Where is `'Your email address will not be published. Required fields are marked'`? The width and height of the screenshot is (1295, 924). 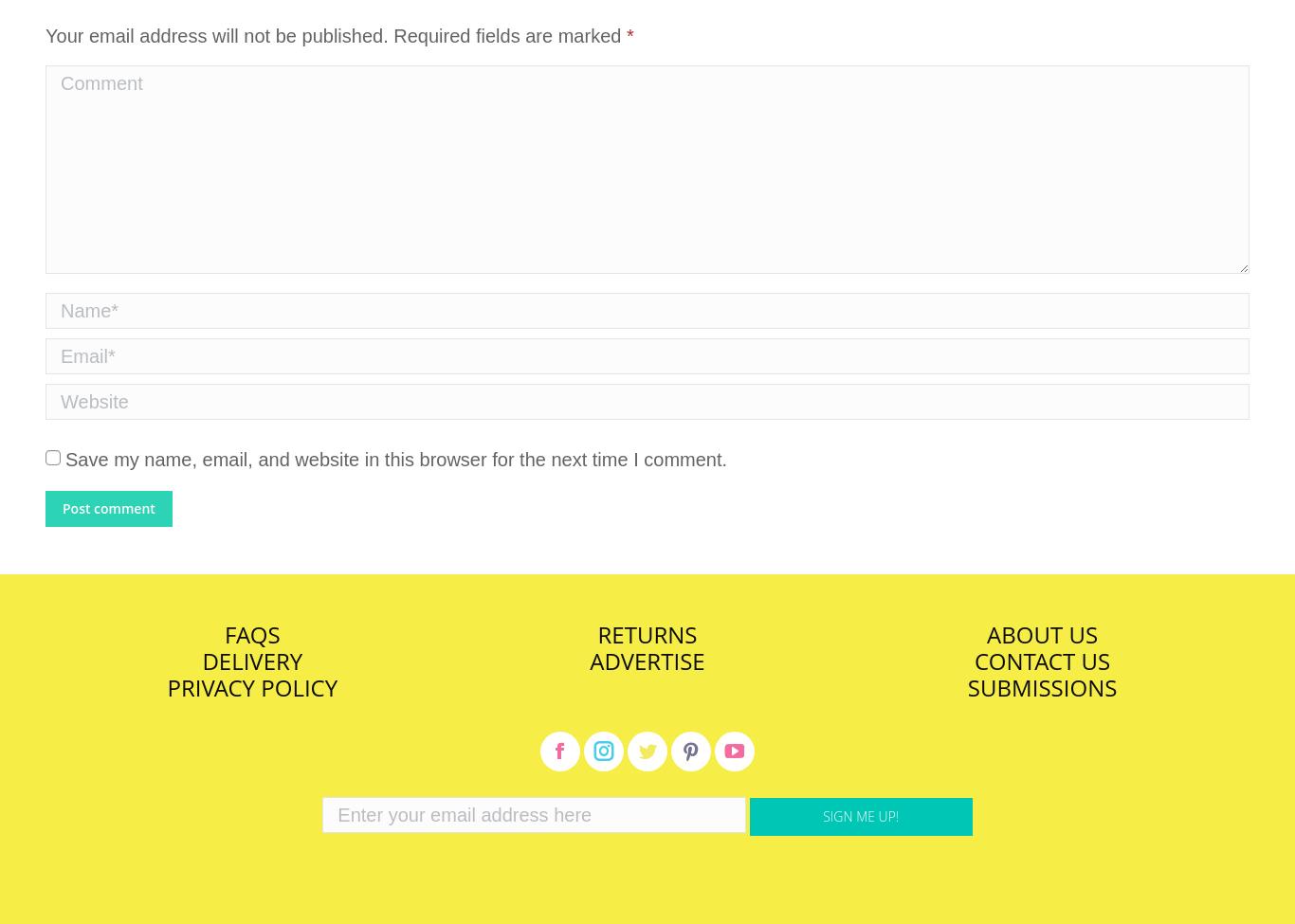 'Your email address will not be published. Required fields are marked' is located at coordinates (335, 36).